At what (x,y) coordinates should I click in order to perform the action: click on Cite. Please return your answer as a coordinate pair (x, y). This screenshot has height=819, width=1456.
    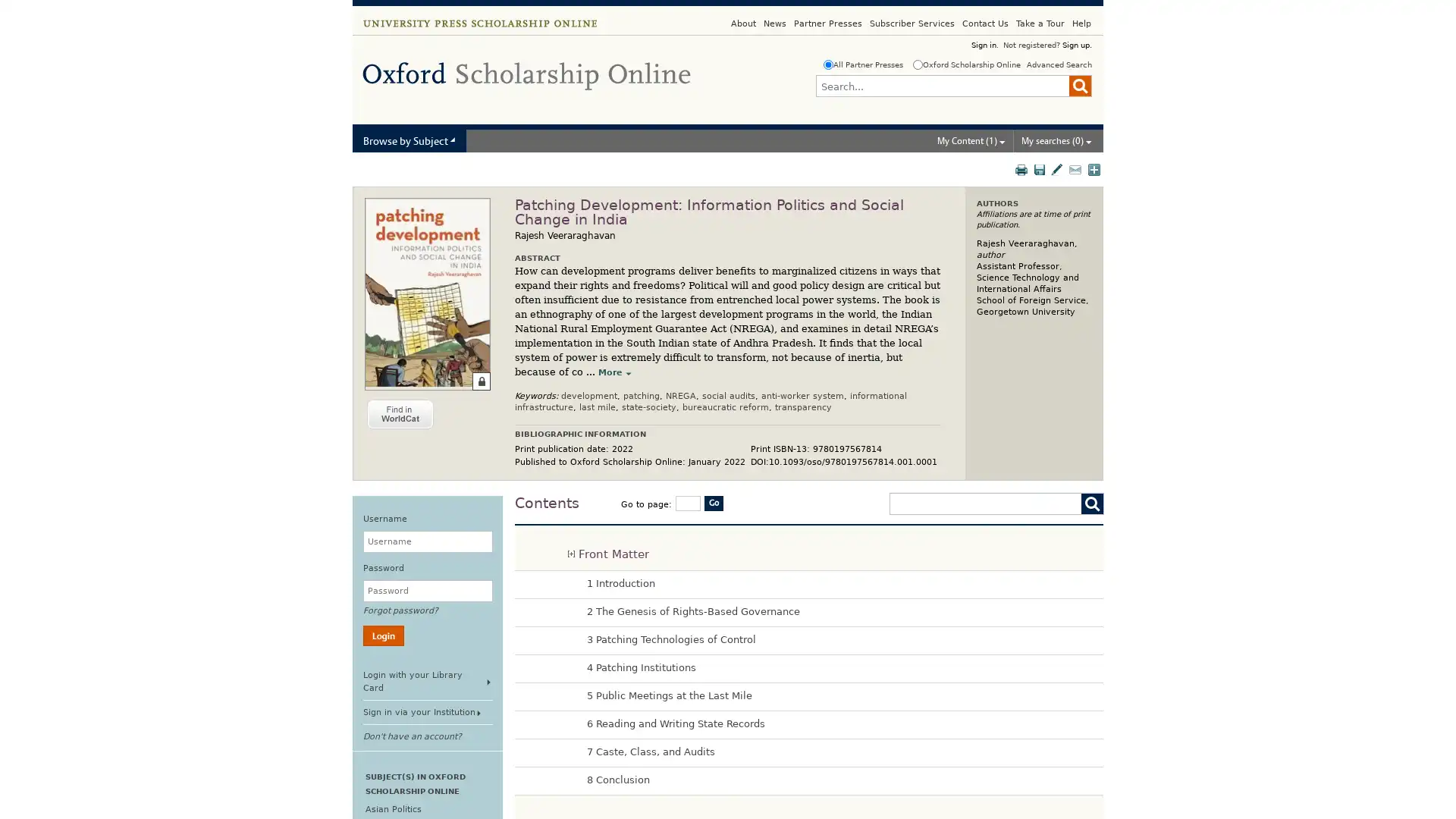
    Looking at the image, I should click on (1057, 169).